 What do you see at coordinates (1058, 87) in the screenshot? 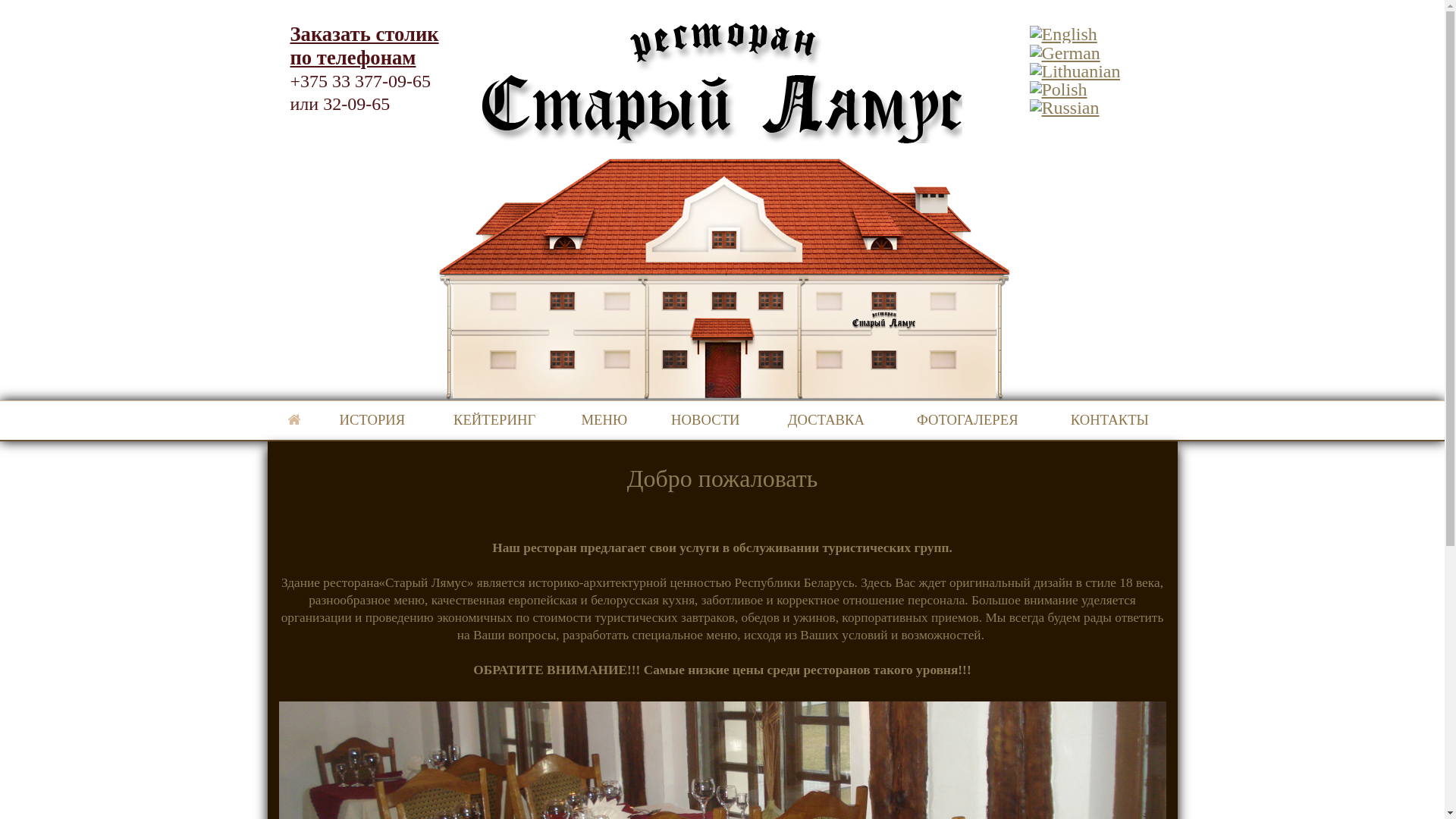
I see `'Polish'` at bounding box center [1058, 87].